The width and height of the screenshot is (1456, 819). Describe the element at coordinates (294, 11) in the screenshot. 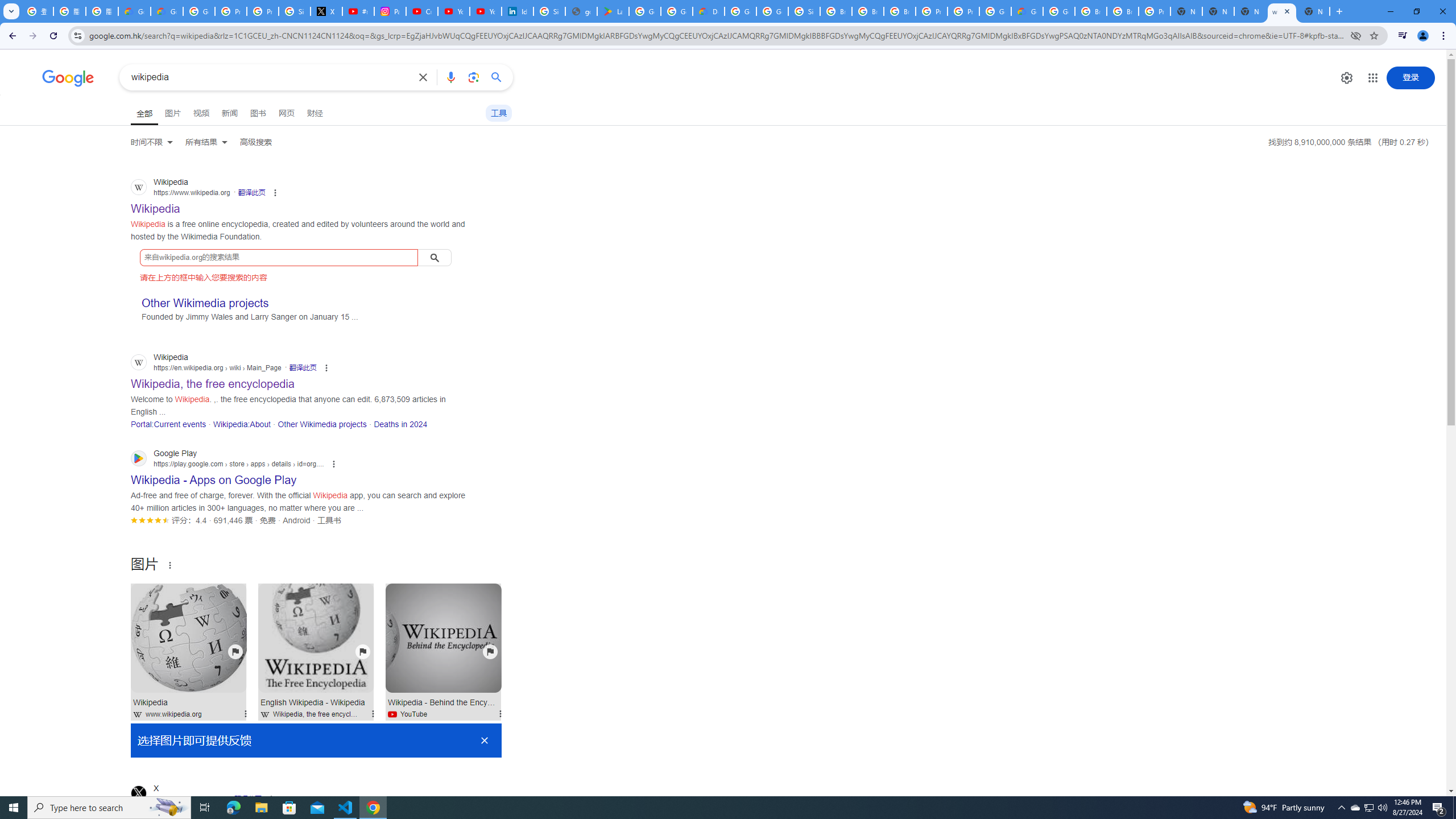

I see `'Sign in - Google Accounts'` at that location.